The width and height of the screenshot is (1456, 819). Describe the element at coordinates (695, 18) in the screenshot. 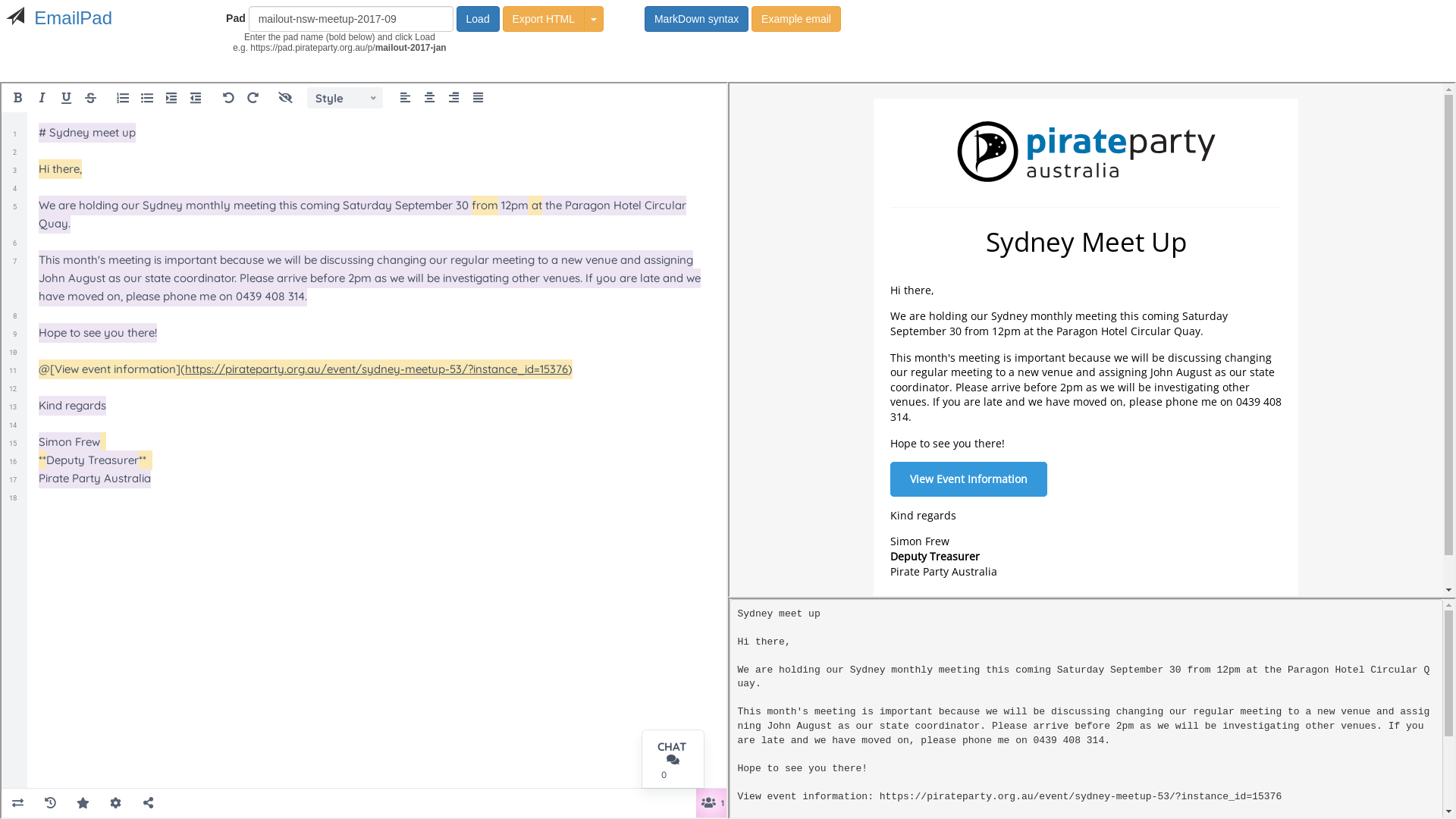

I see `'MarkDown syntax'` at that location.